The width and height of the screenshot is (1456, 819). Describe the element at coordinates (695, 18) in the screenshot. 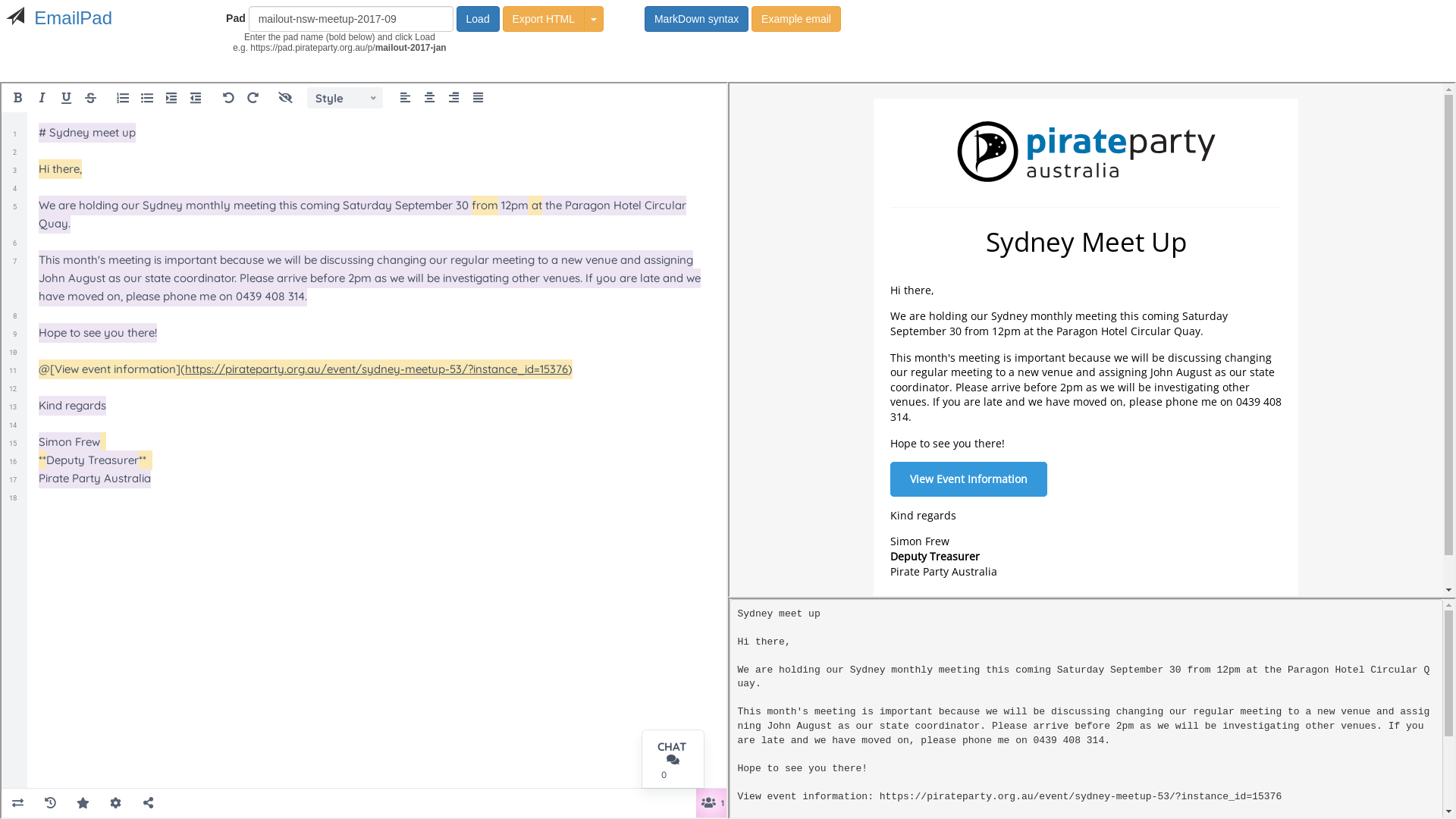

I see `'MarkDown syntax'` at that location.